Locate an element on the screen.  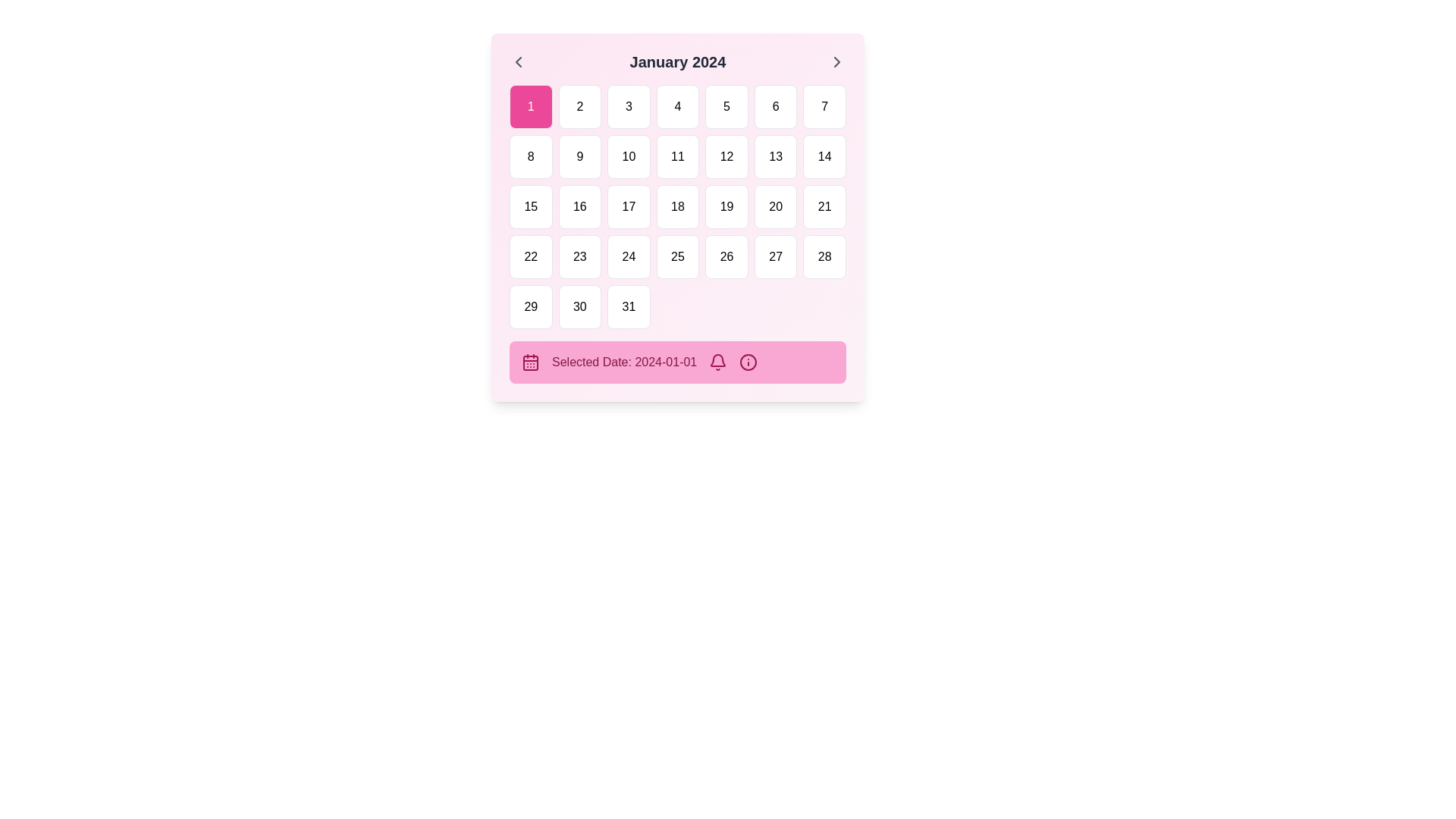
the button representing the 2nd day of the month in the calendar interface is located at coordinates (579, 106).